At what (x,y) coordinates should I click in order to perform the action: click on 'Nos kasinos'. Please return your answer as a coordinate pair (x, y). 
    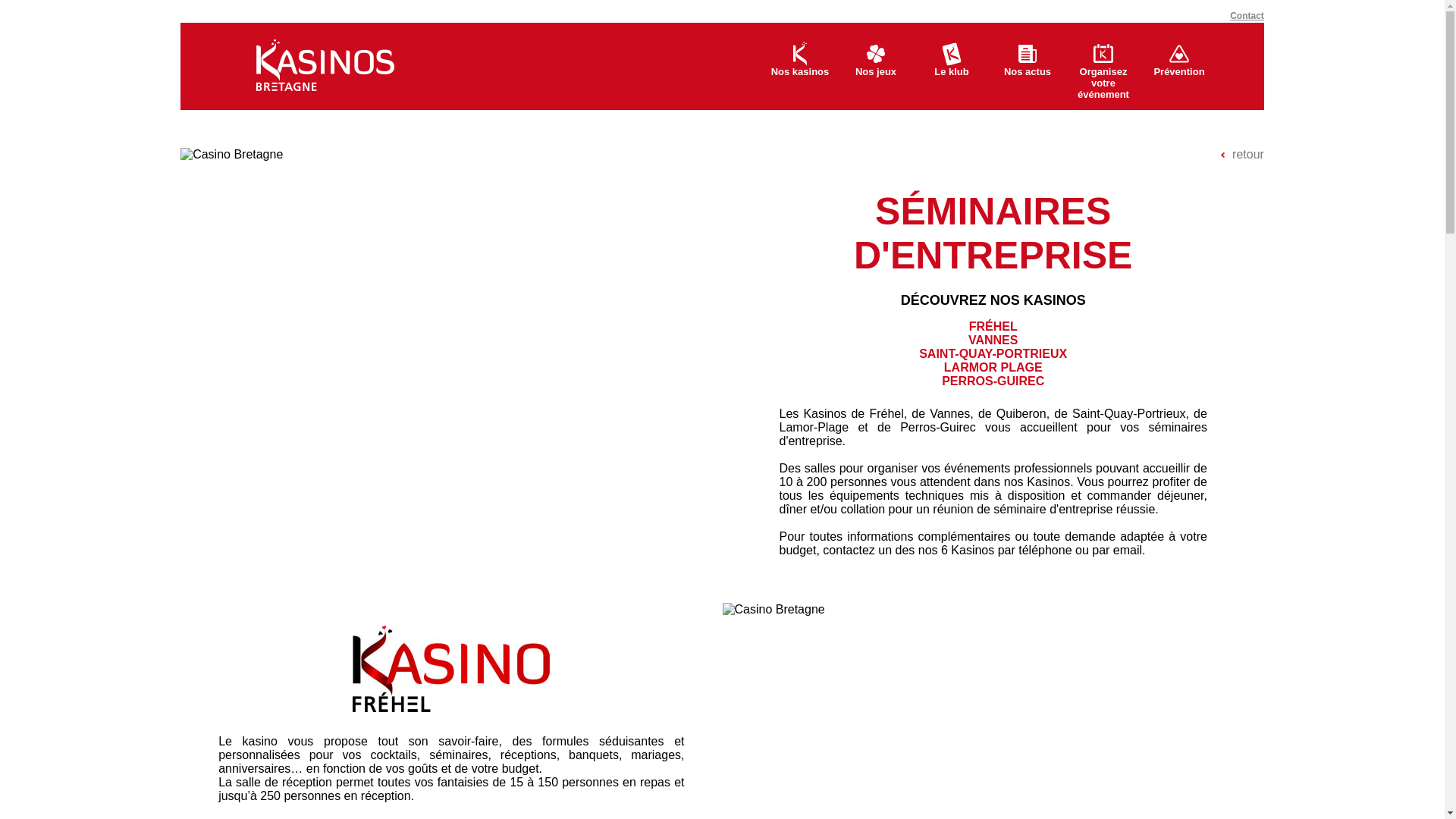
    Looking at the image, I should click on (799, 65).